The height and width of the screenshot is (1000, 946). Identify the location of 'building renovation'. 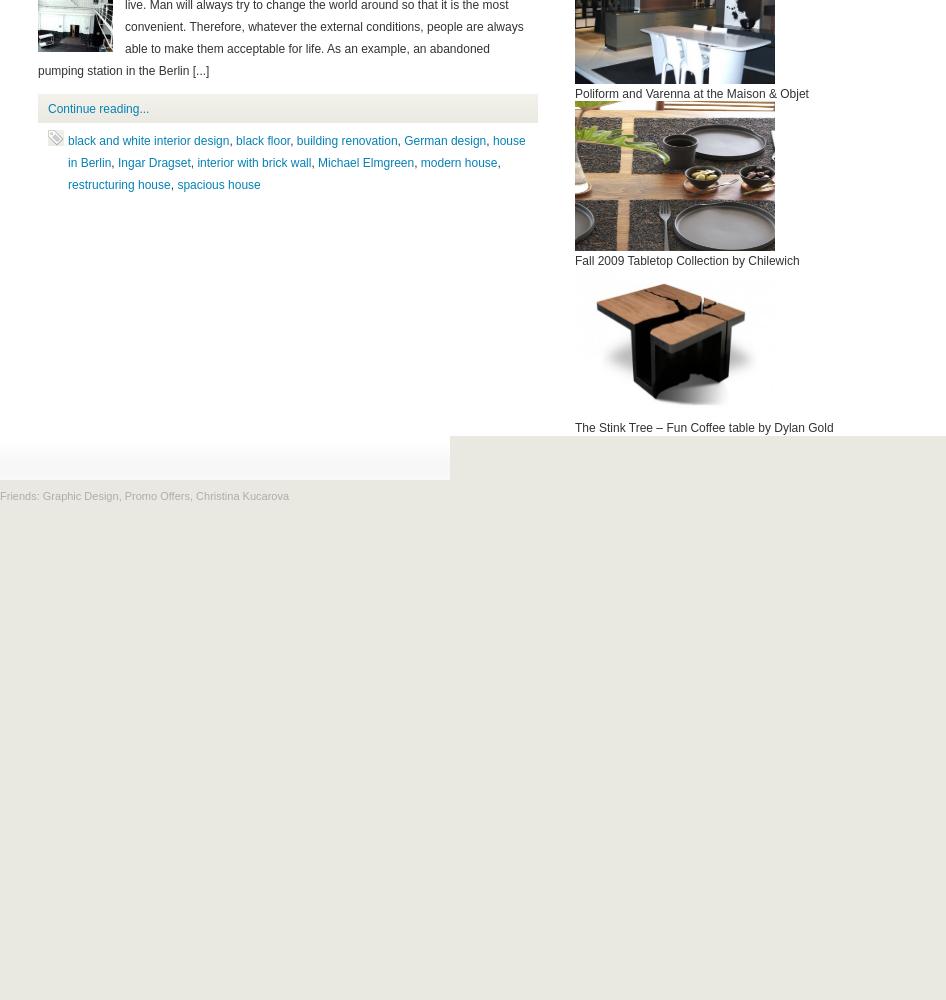
(346, 141).